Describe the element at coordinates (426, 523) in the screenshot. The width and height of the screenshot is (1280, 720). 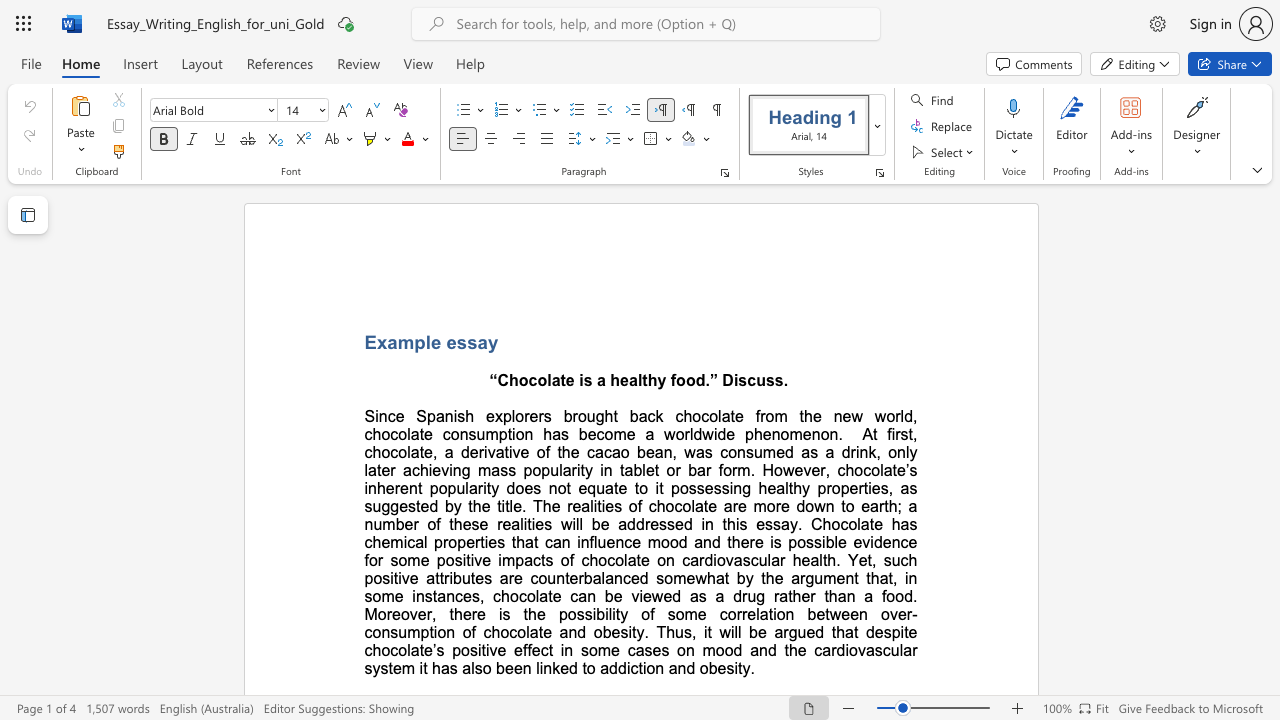
I see `the subset text "of these realities will be addressed in this essay. Chocolate has c" within the text "healthy properties, as suggested by the title. The realities of chocolate are more down to earth; a number of these realities will be addressed in this essay. Chocolate has chemical properties that can influence mood and there is"` at that location.